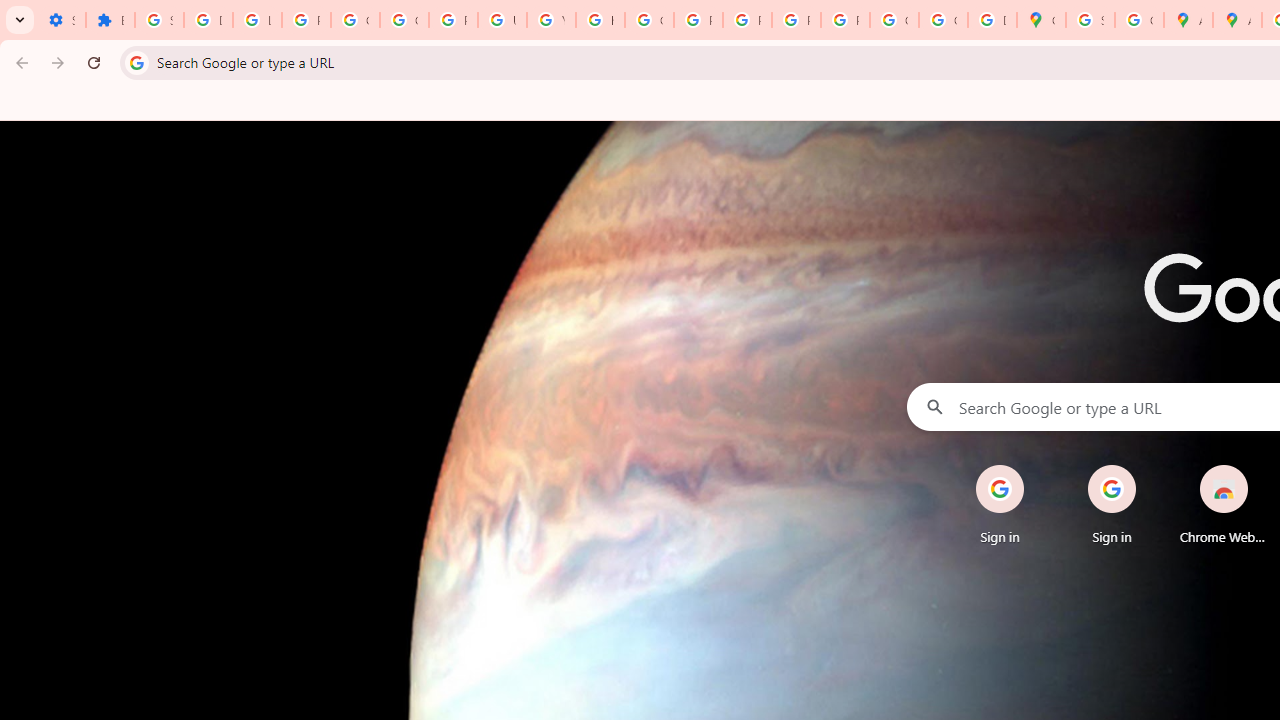 Image resolution: width=1280 pixels, height=720 pixels. Describe the element at coordinates (61, 20) in the screenshot. I see `'Settings - On startup'` at that location.